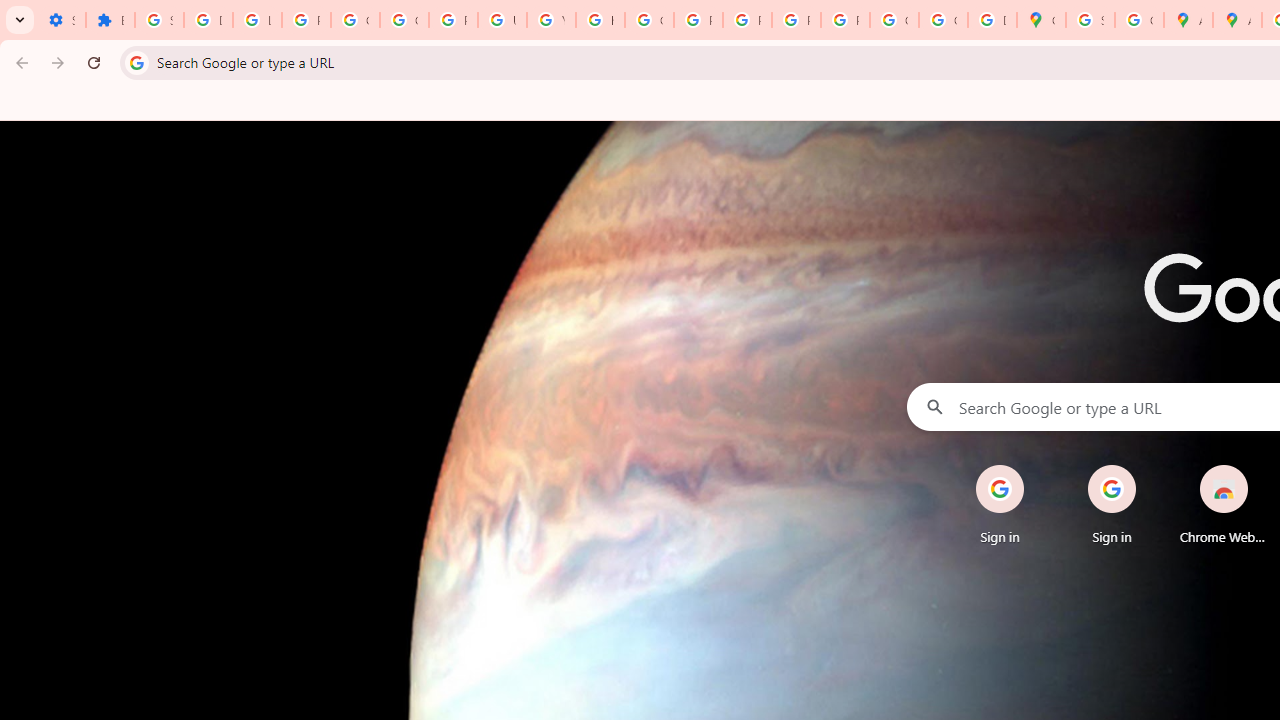 Image resolution: width=1280 pixels, height=720 pixels. Describe the element at coordinates (61, 20) in the screenshot. I see `'Settings - On startup'` at that location.